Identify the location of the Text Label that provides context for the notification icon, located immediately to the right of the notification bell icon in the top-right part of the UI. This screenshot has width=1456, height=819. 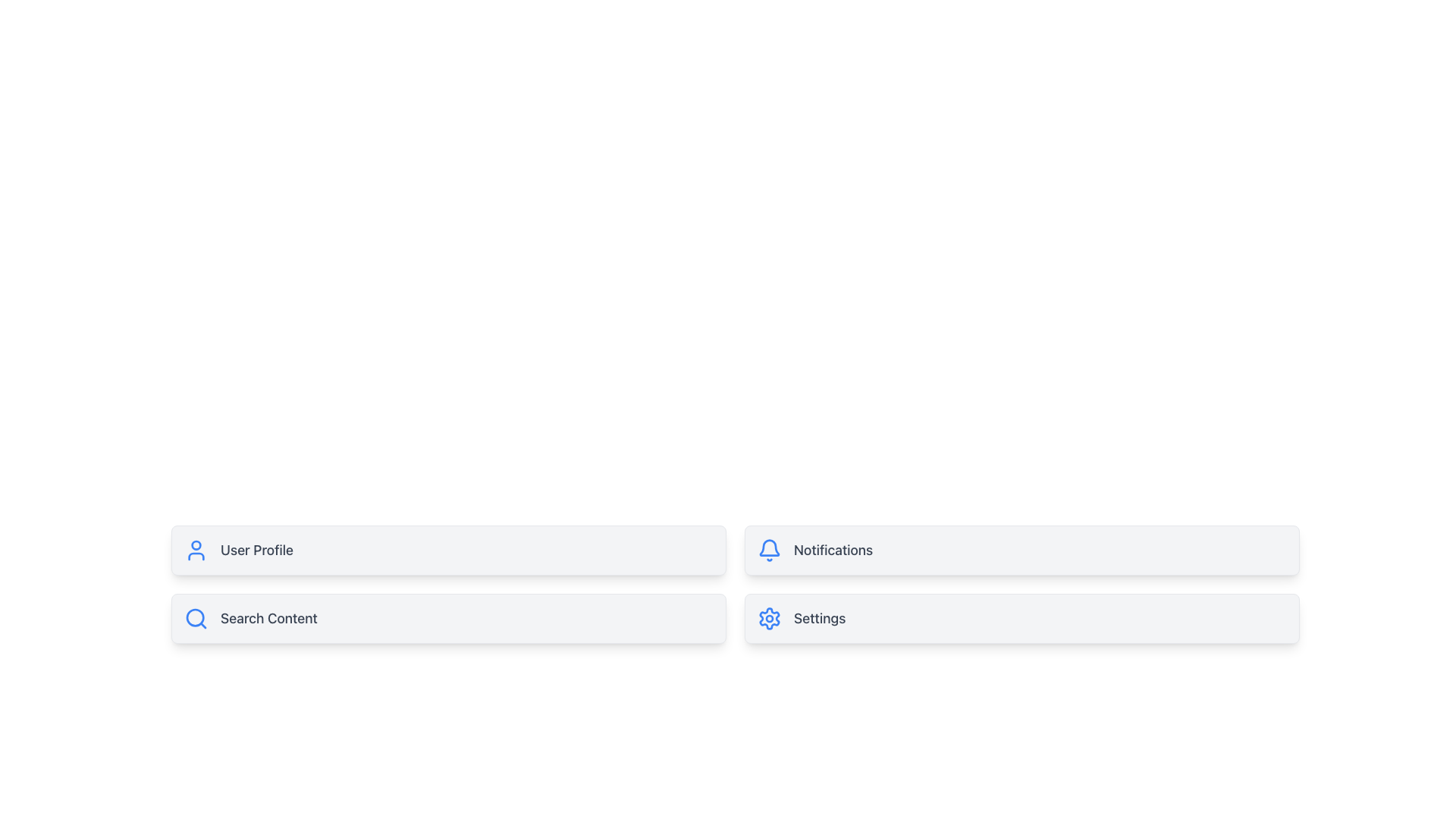
(833, 550).